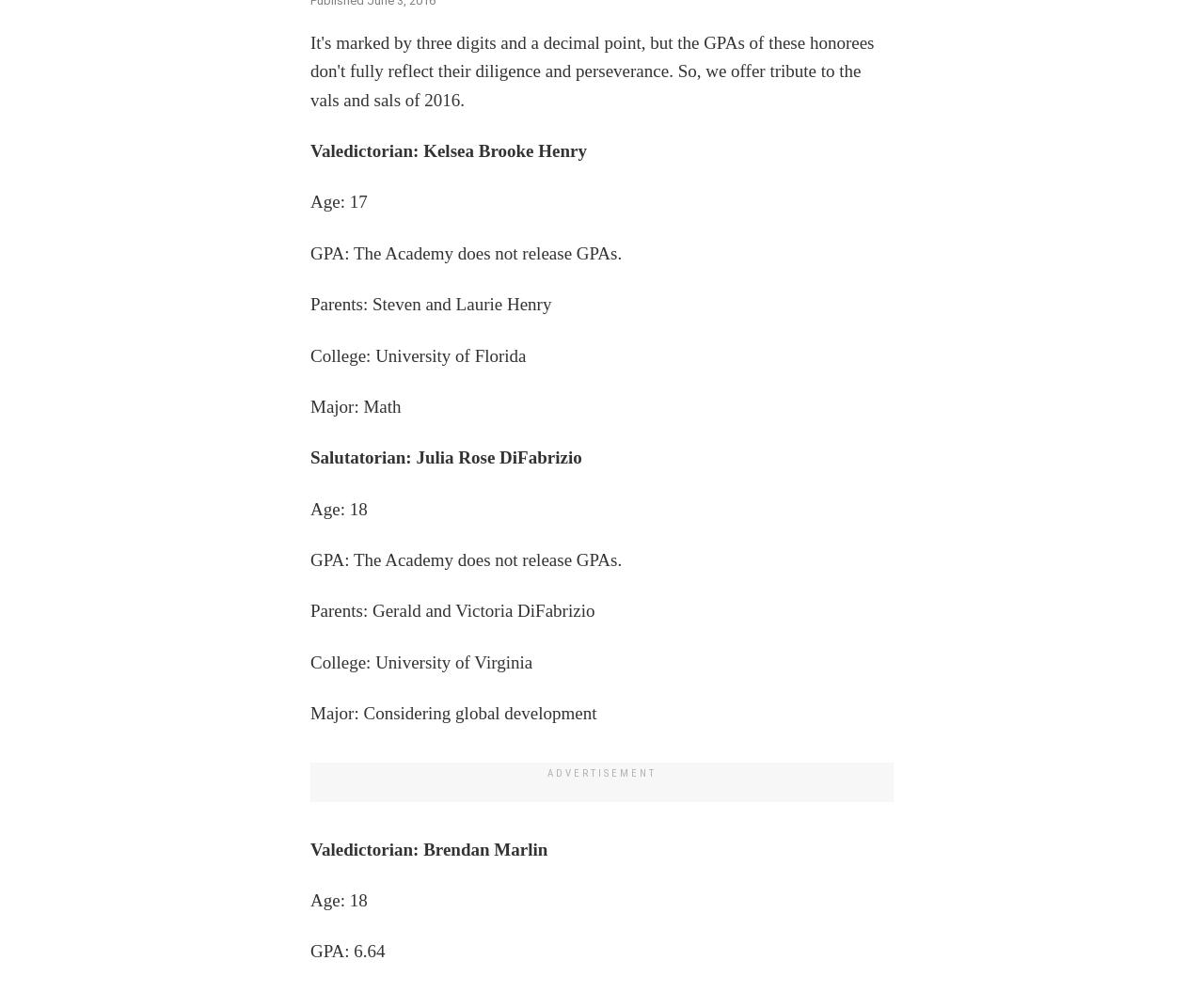 The image size is (1204, 992). Describe the element at coordinates (66, 453) in the screenshot. I see `'MORE FOR YOU'` at that location.